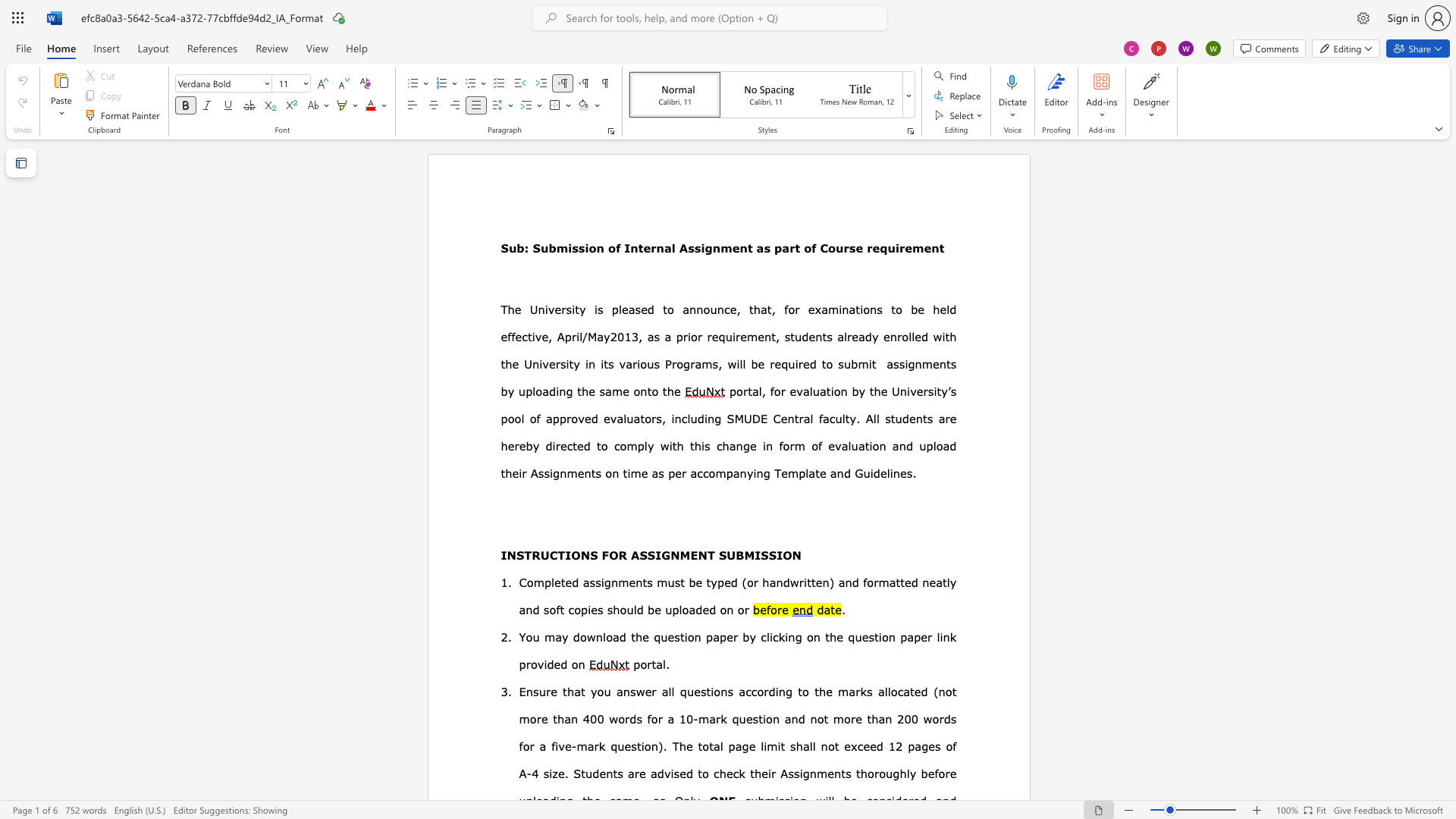  Describe the element at coordinates (513, 247) in the screenshot. I see `the 1th character "u" in the text` at that location.